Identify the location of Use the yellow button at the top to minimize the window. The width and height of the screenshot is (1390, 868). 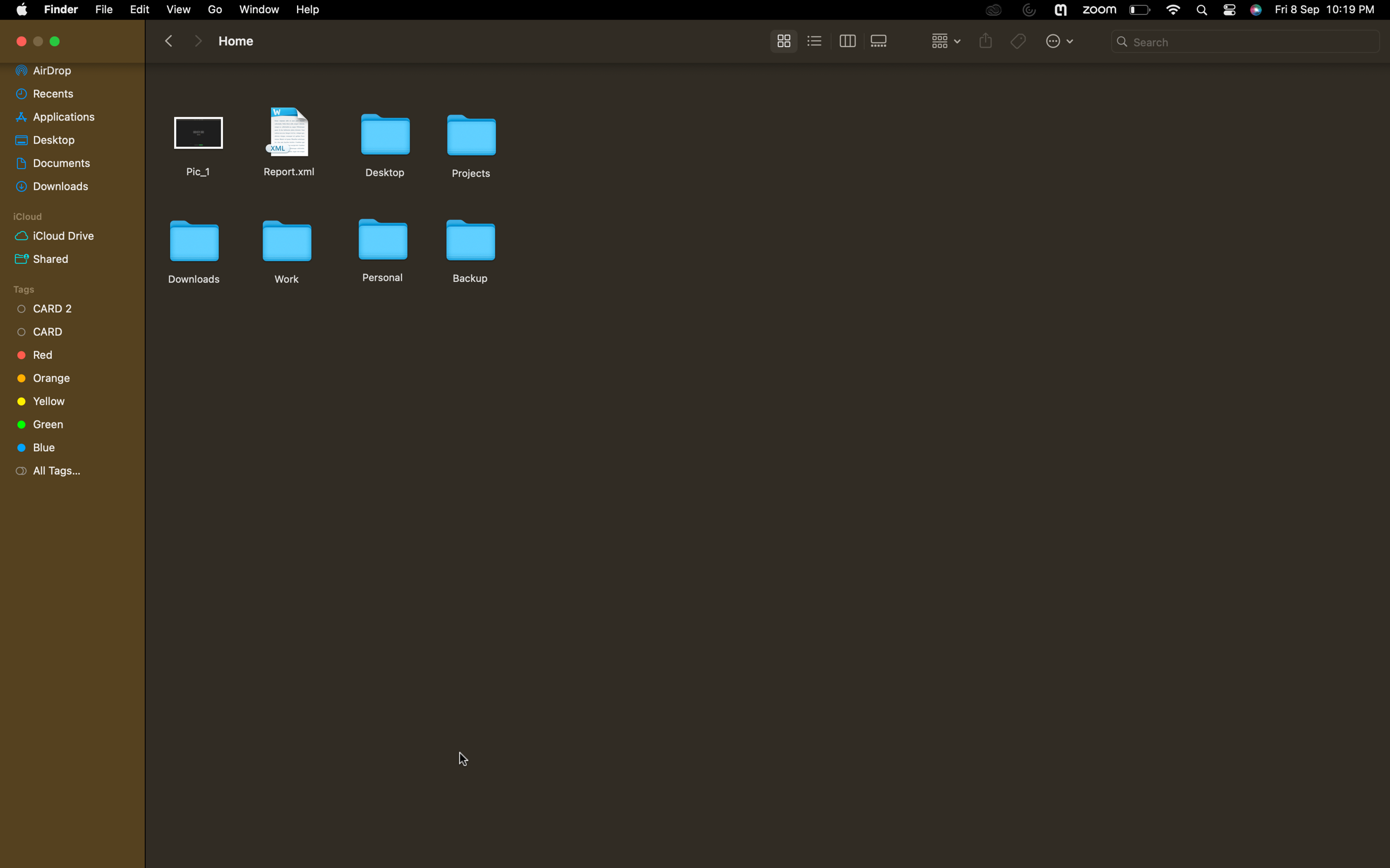
(56, 42).